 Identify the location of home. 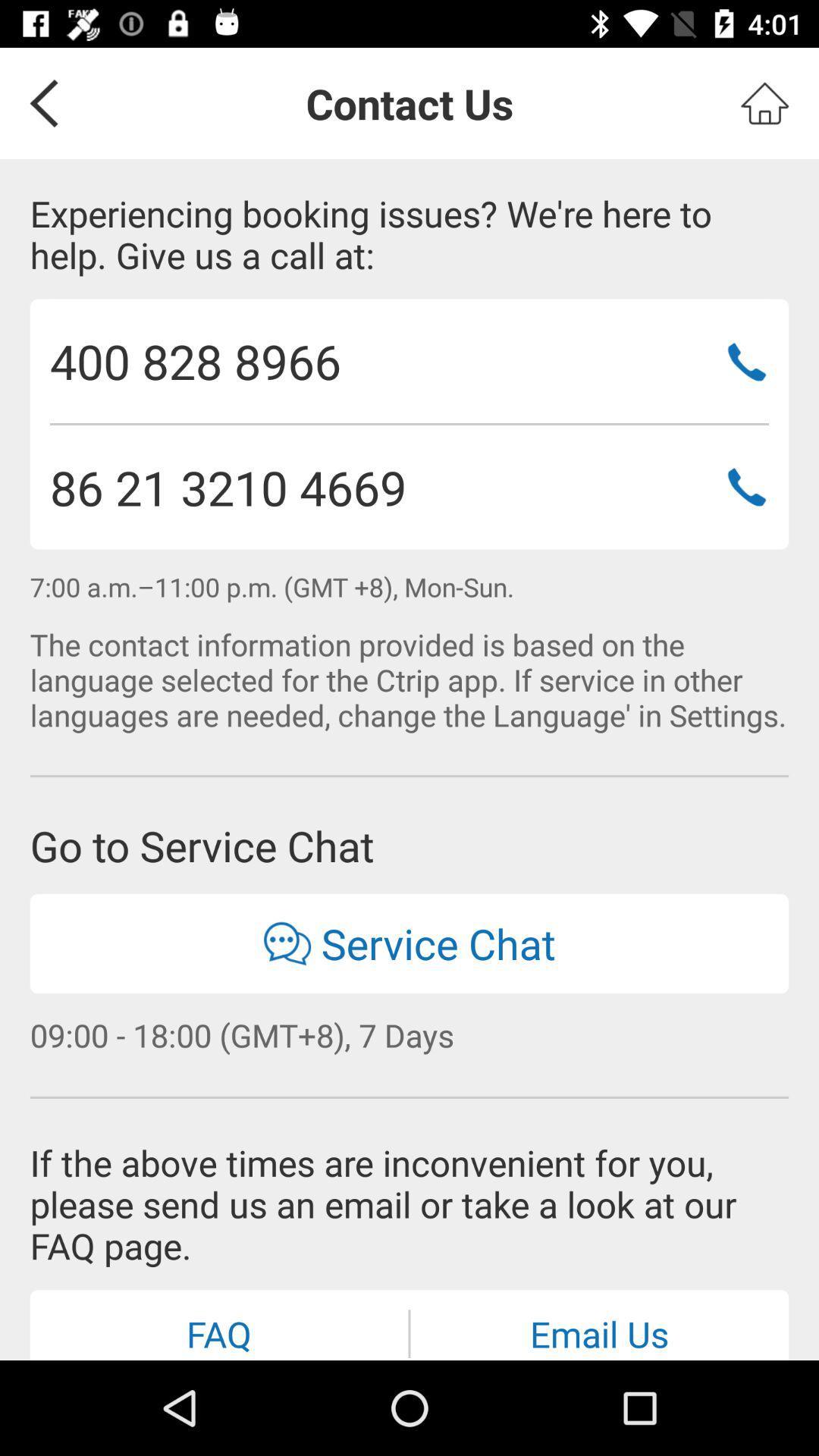
(764, 102).